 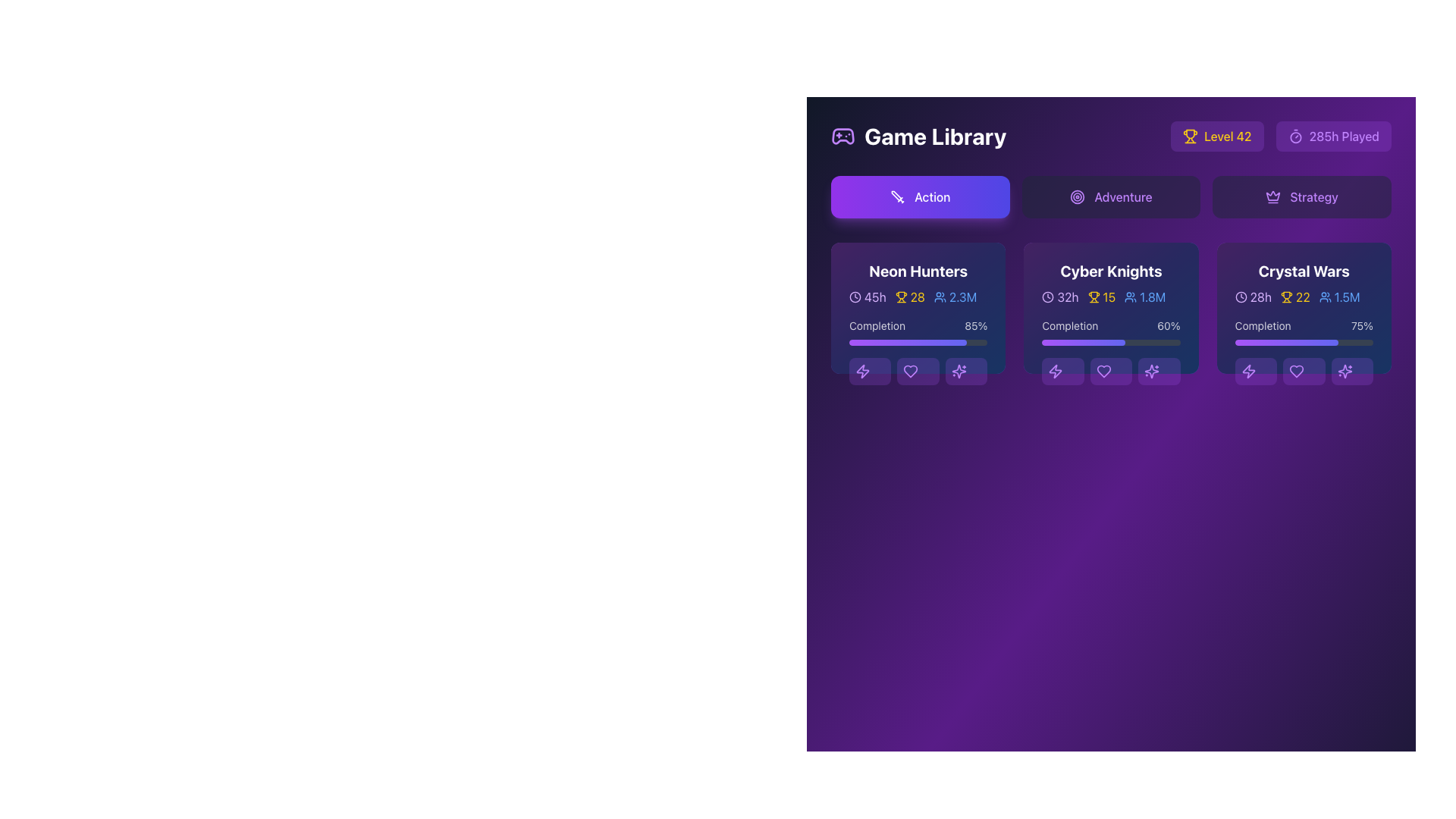 I want to click on the blue outline icon of two human figures adjacent to the numeric value '1.5M' within the 'Crystal Wars' game card, so click(x=1324, y=297).